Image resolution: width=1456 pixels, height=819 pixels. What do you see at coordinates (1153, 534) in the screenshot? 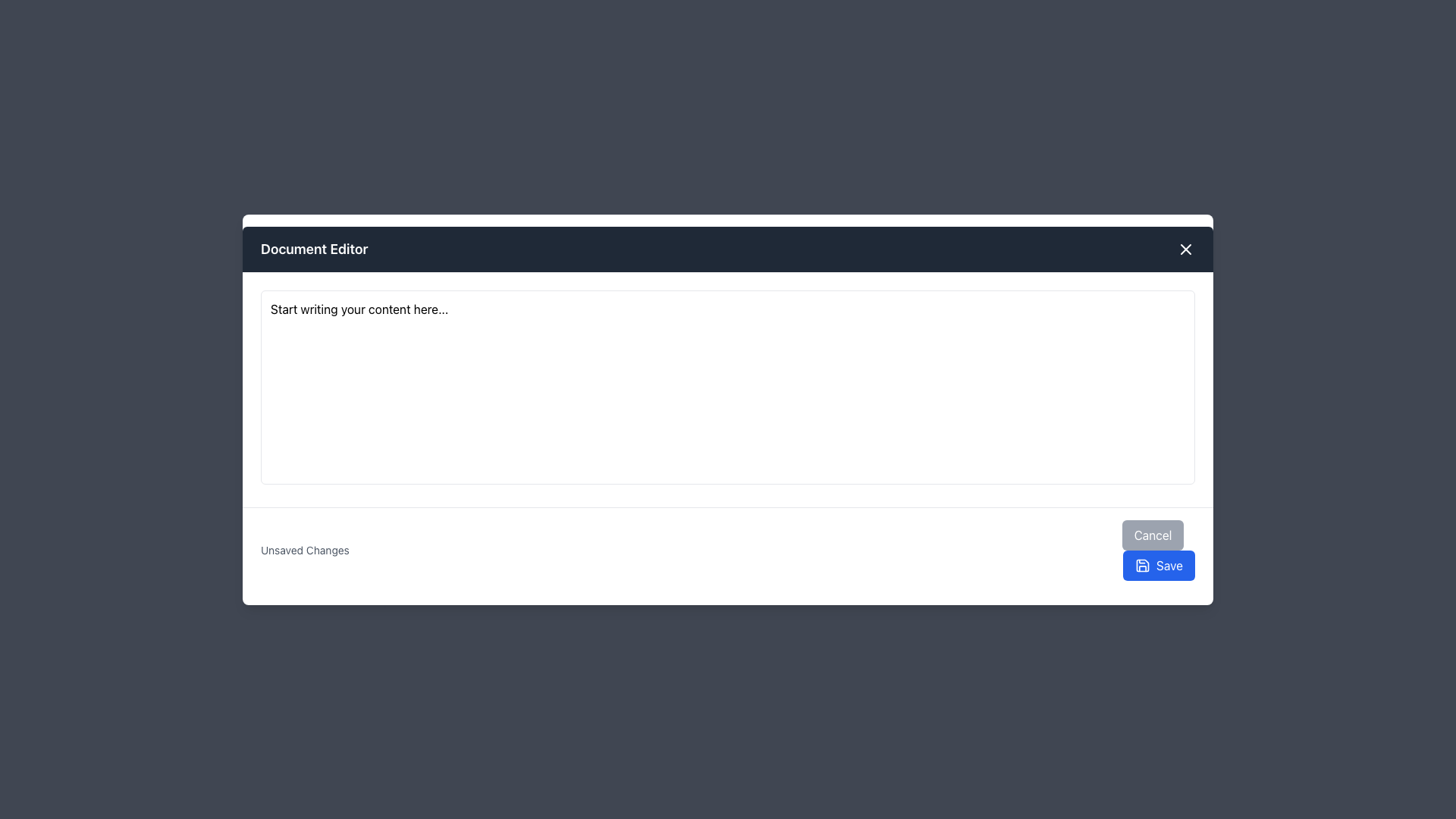
I see `the gray 'Cancel' button with rounded edges located at the bottom-right corner of the panel` at bounding box center [1153, 534].